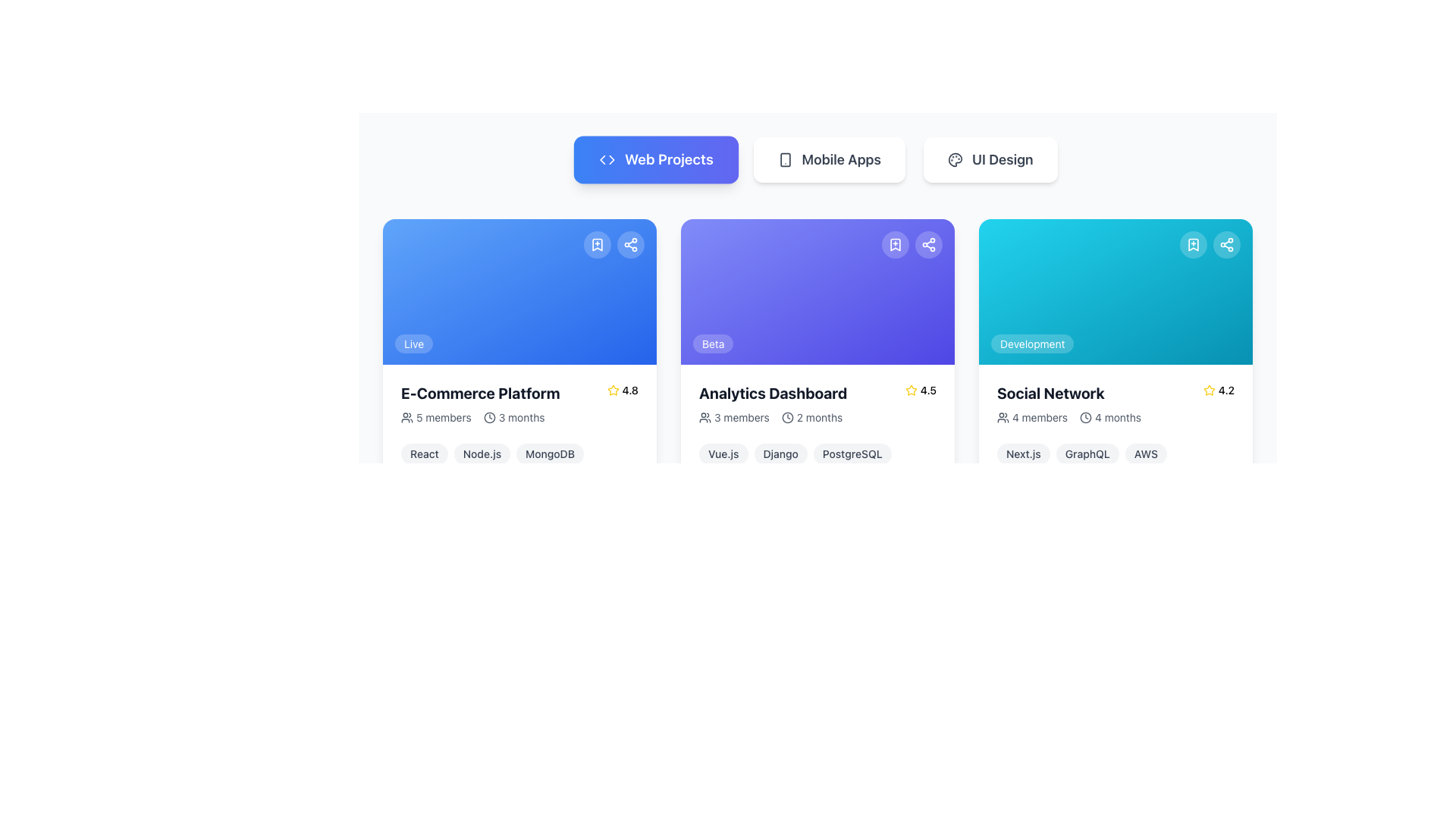 Image resolution: width=1456 pixels, height=819 pixels. What do you see at coordinates (1031, 344) in the screenshot?
I see `text from the 'Development' badge located on the top section of the 'Social Network' card, which is the third card in the horizontal list of project cards` at bounding box center [1031, 344].